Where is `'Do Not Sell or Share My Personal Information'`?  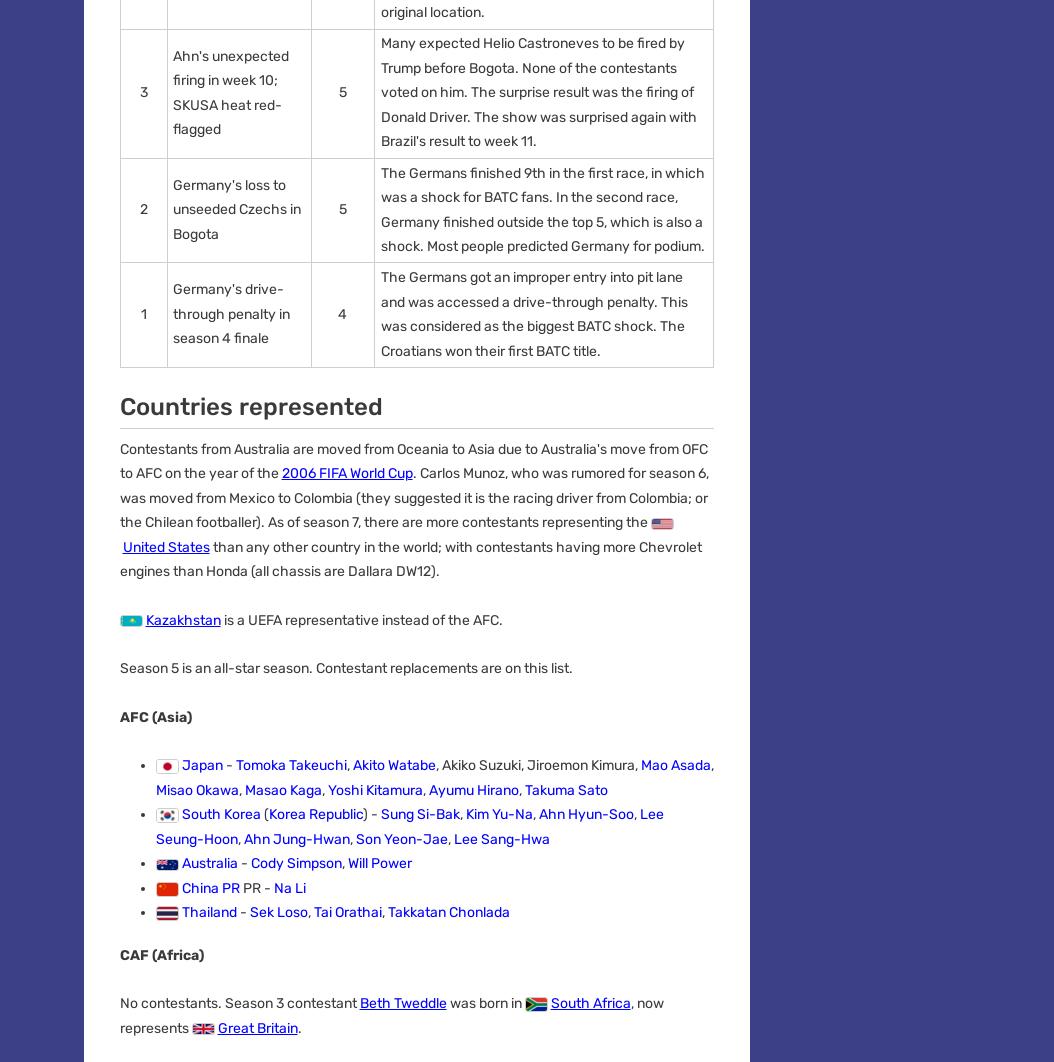 'Do Not Sell or Share My Personal Information' is located at coordinates (574, 845).